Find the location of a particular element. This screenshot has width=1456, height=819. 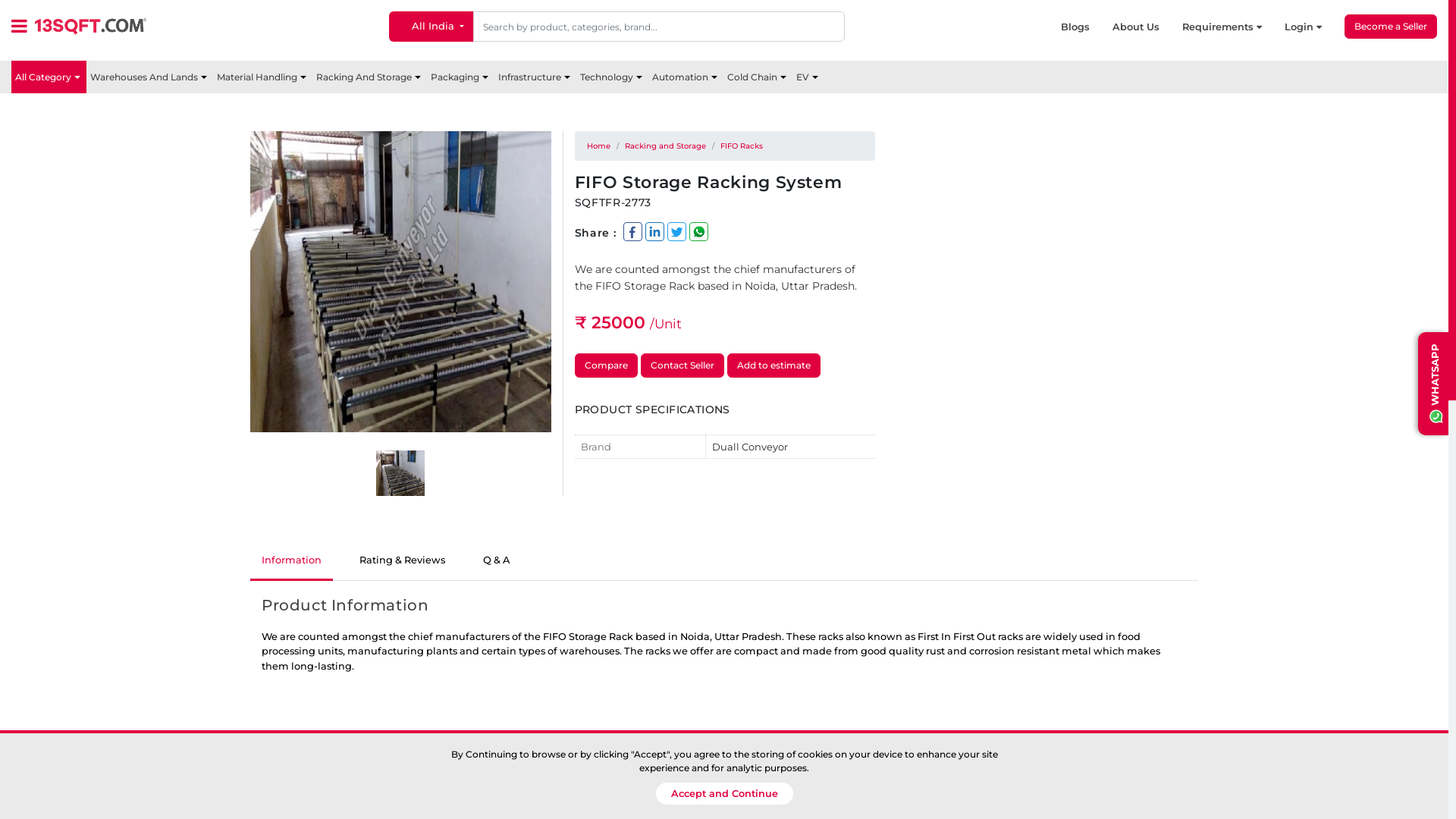

'Add to estimate' is located at coordinates (773, 366).